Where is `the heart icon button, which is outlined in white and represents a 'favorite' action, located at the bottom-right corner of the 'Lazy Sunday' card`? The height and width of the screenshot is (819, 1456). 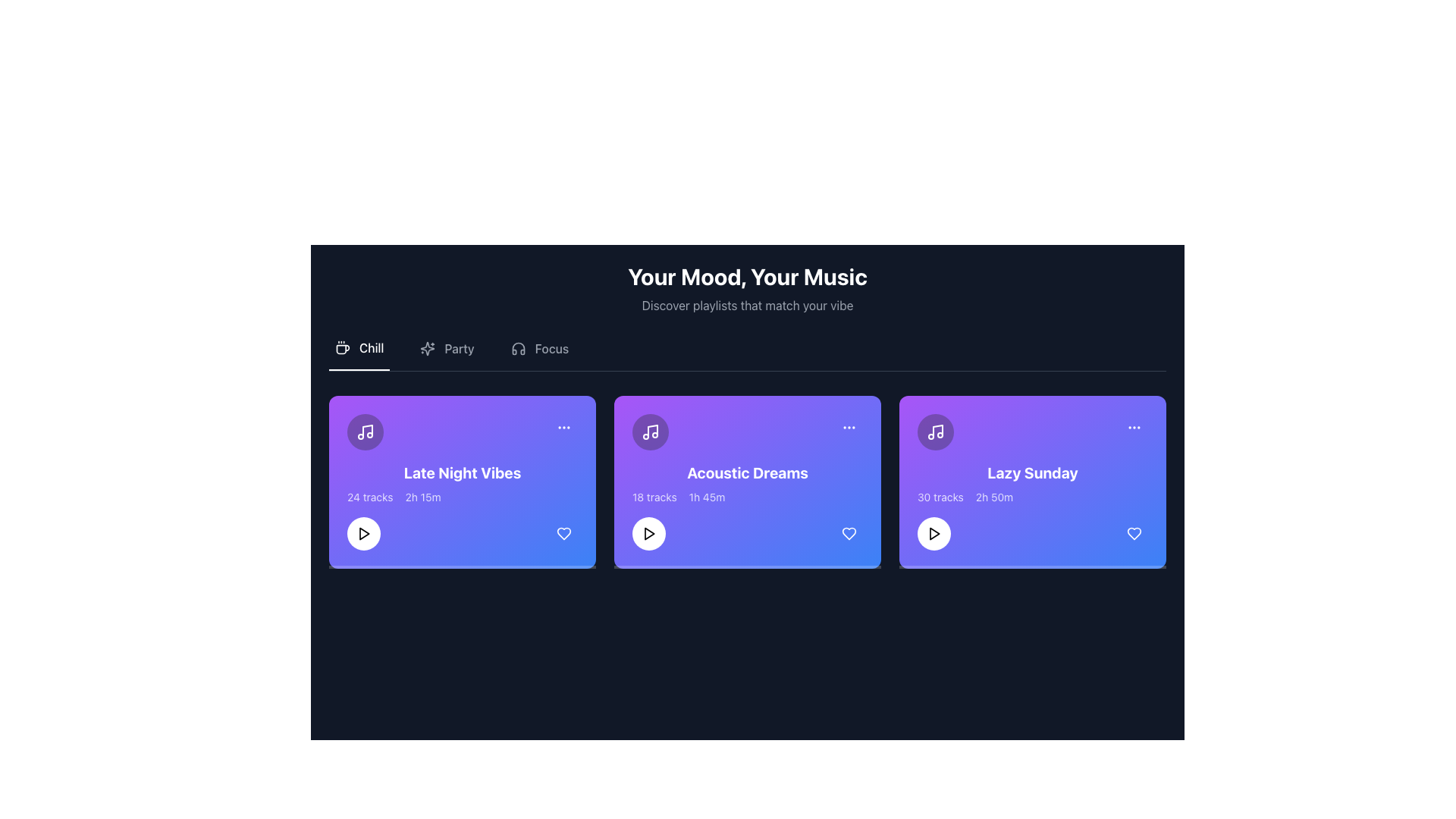 the heart icon button, which is outlined in white and represents a 'favorite' action, located at the bottom-right corner of the 'Lazy Sunday' card is located at coordinates (1134, 533).